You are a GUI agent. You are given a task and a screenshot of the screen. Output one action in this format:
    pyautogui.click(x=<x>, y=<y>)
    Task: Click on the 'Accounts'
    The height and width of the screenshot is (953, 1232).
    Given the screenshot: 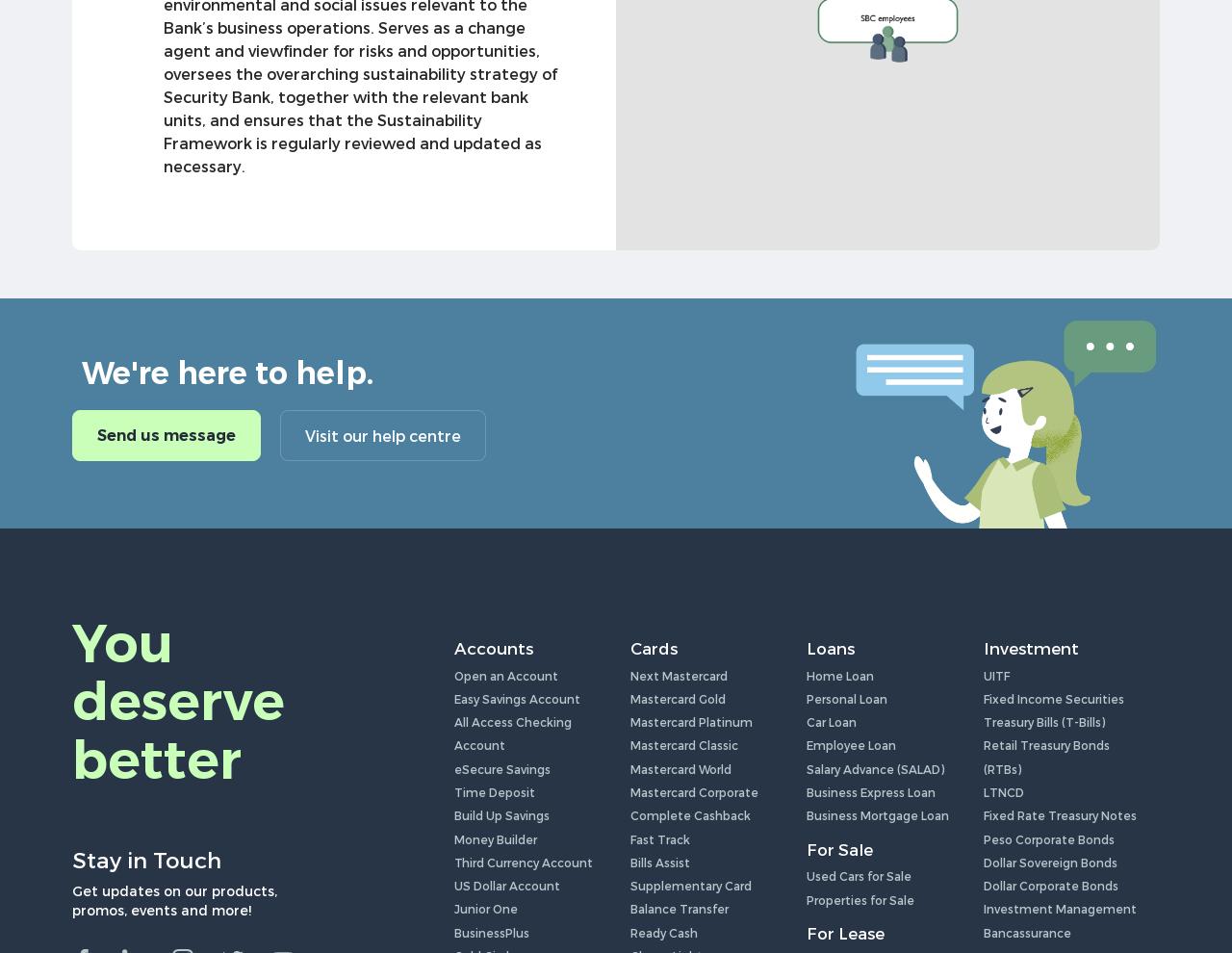 What is the action you would take?
    pyautogui.click(x=493, y=647)
    